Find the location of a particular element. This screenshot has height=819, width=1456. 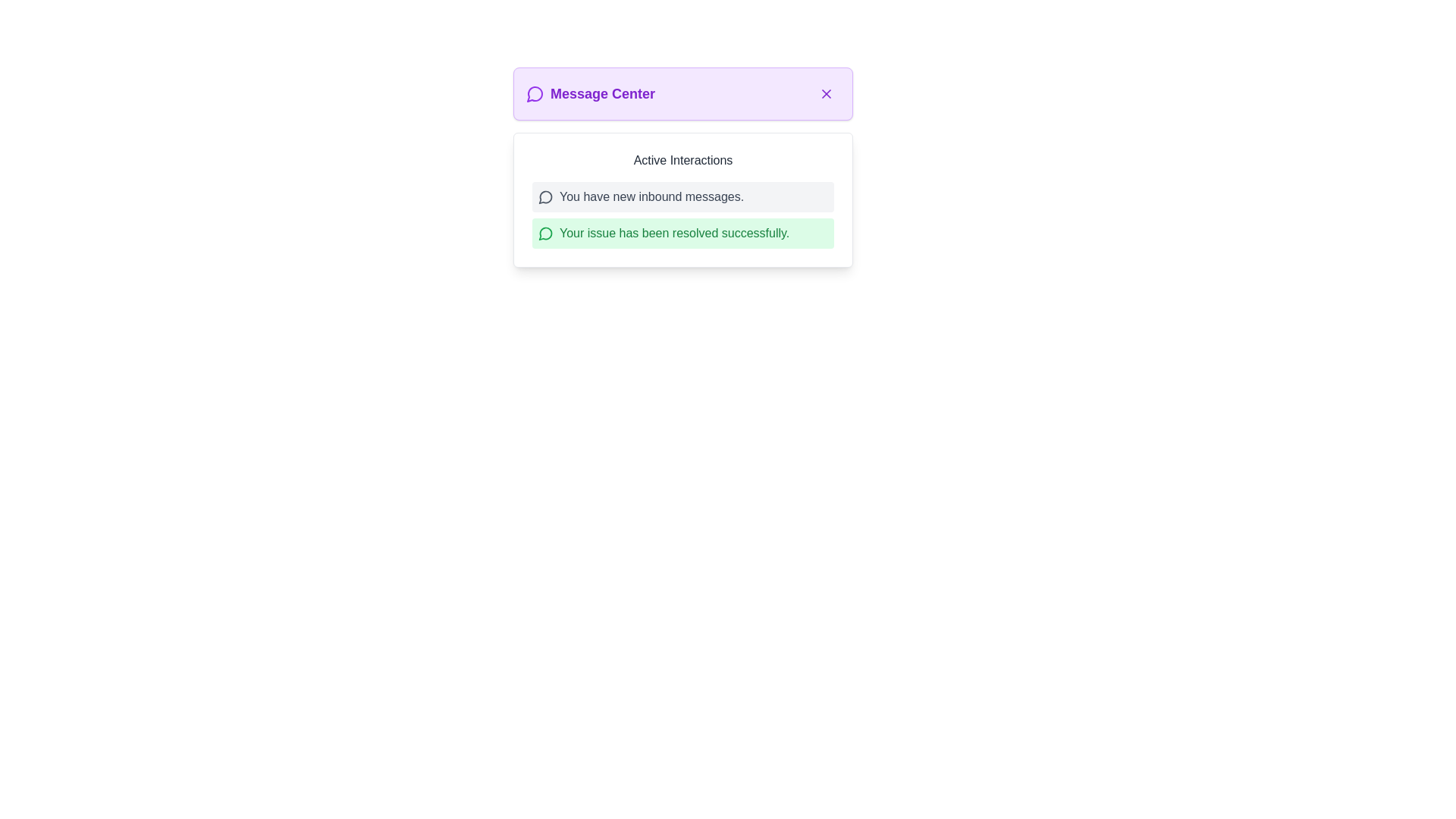

notification message displayed in the 'Active Interactions' section, which provides feedback about the resolution of an issue is located at coordinates (673, 234).